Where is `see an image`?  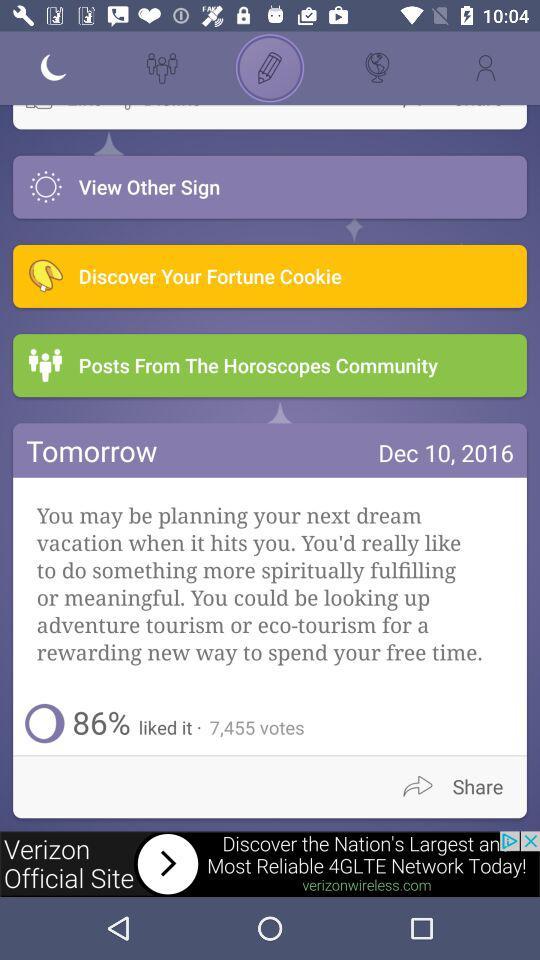
see an image is located at coordinates (270, 863).